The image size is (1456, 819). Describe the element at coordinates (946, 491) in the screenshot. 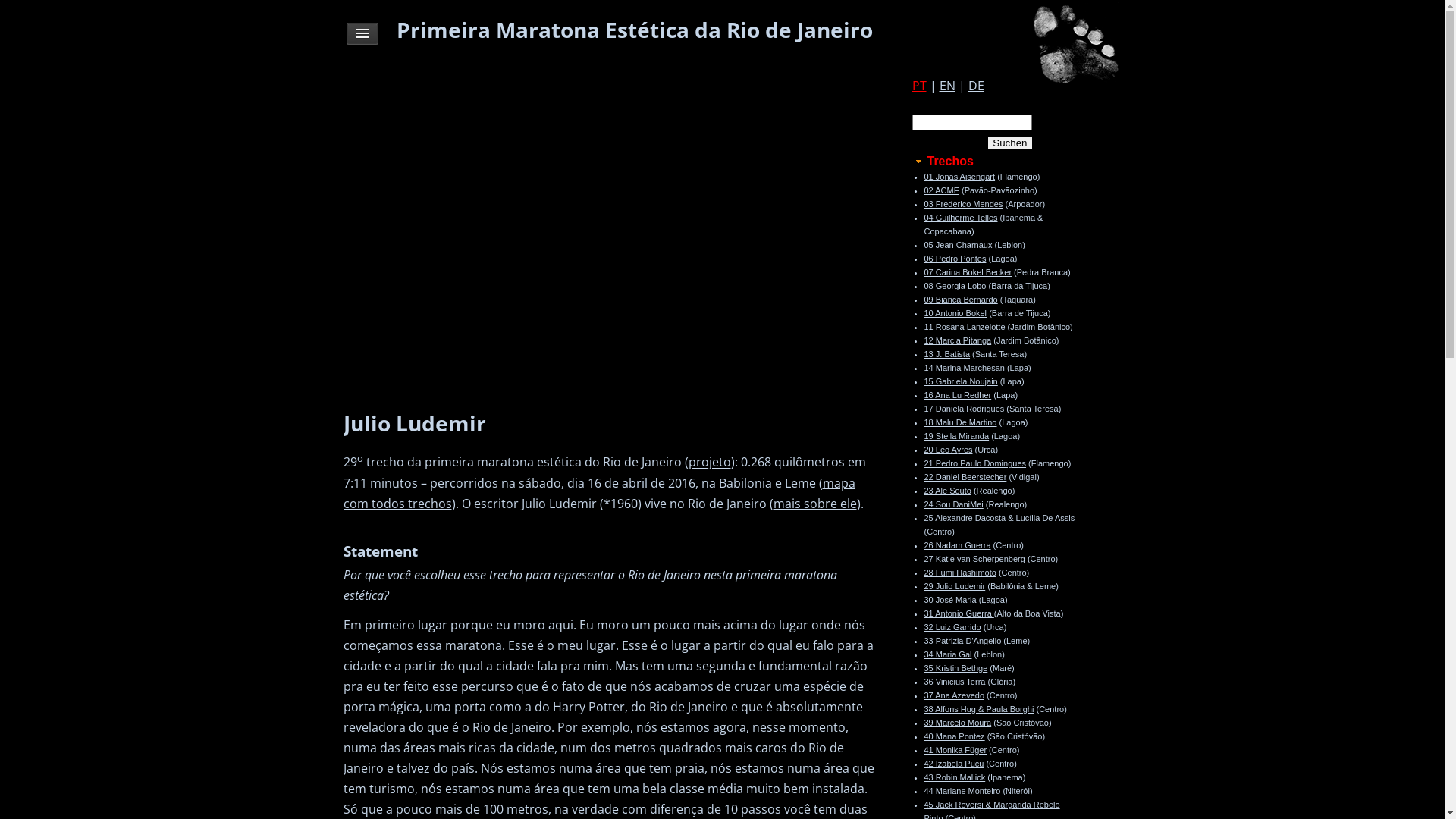

I see `'23 Ale Souto'` at that location.